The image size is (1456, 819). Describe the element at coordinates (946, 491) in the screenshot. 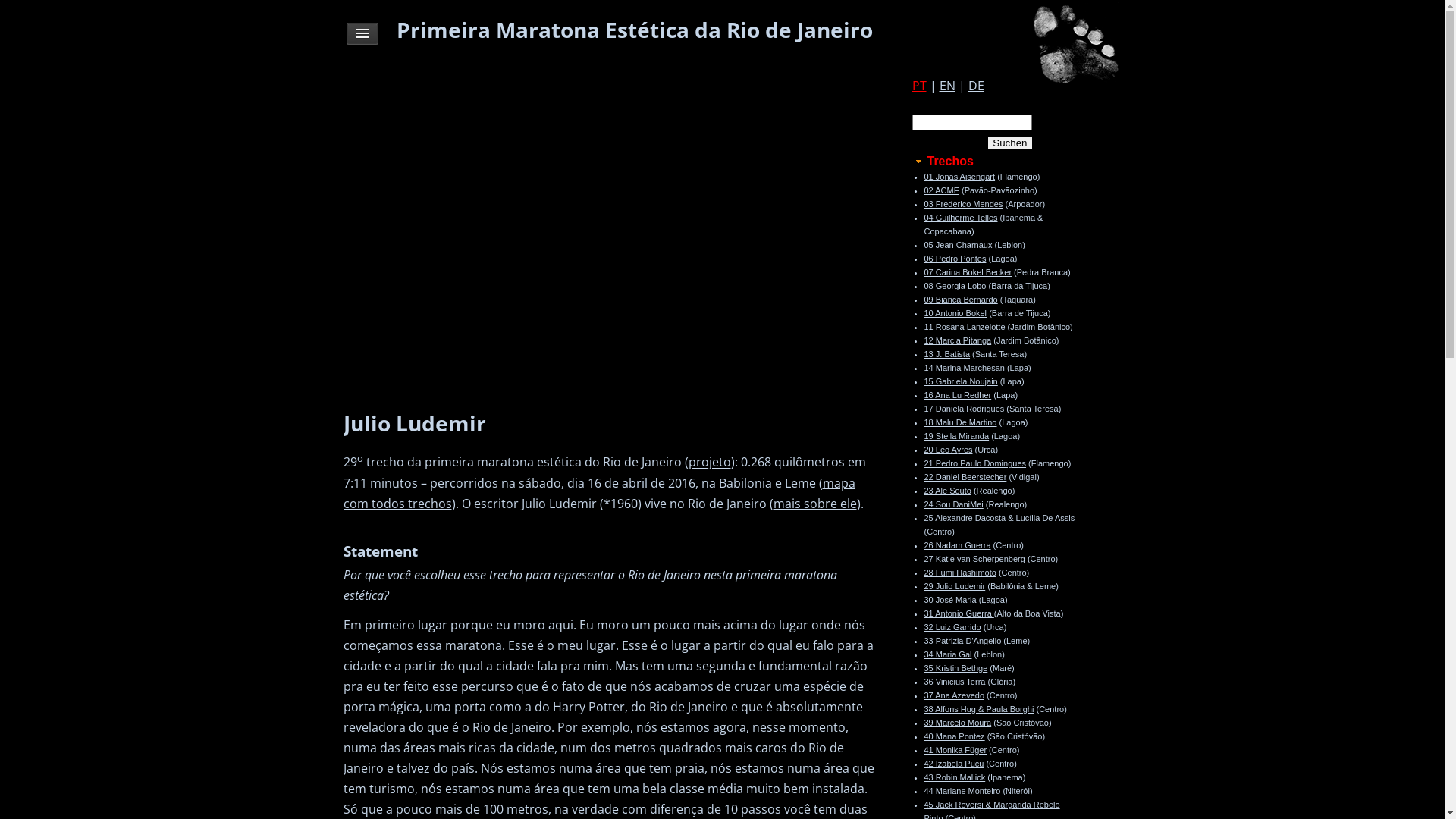

I see `'23 Ale Souto'` at that location.